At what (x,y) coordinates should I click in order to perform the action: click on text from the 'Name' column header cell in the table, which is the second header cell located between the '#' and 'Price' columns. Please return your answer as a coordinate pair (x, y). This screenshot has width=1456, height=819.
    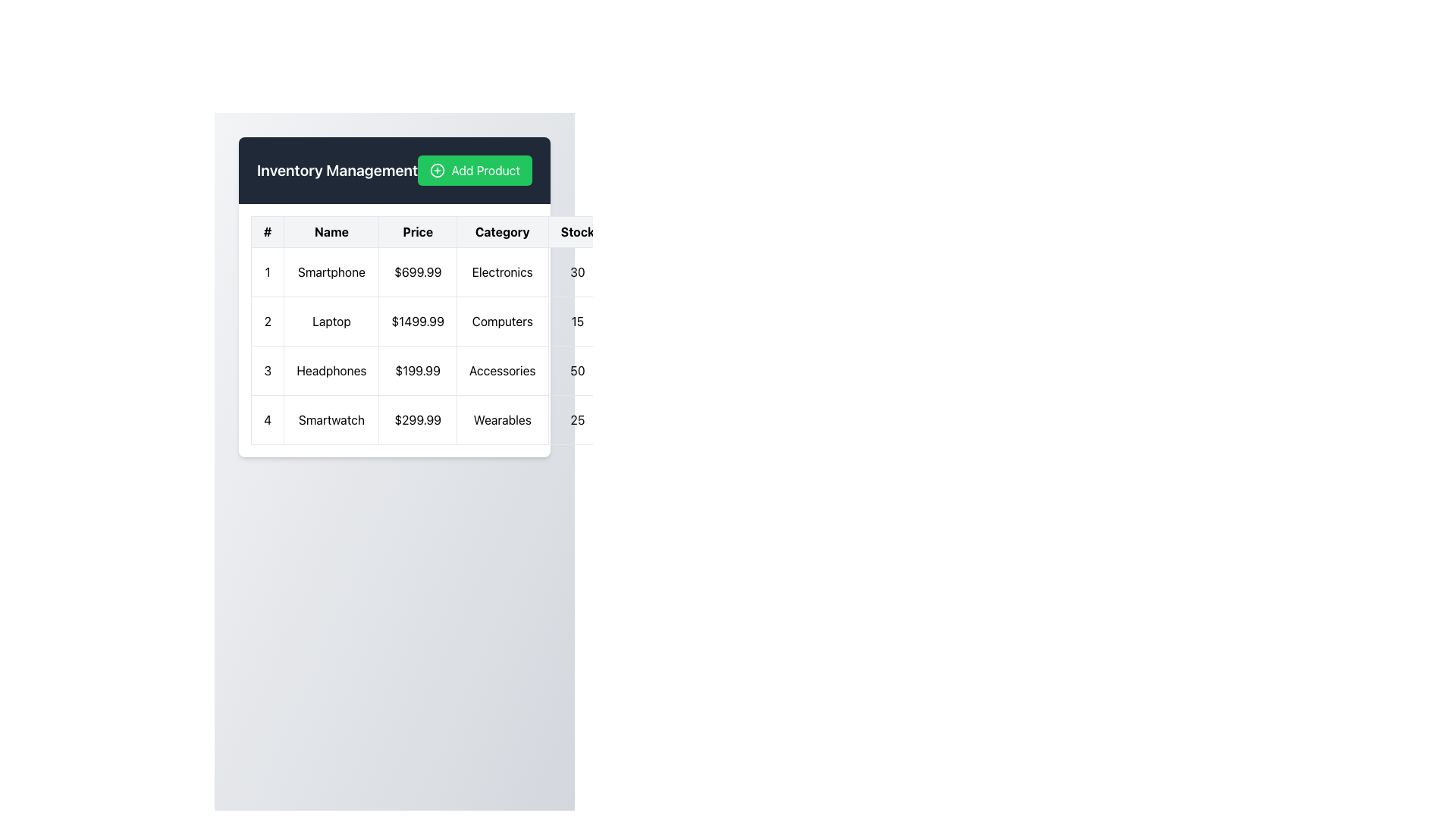
    Looking at the image, I should click on (331, 231).